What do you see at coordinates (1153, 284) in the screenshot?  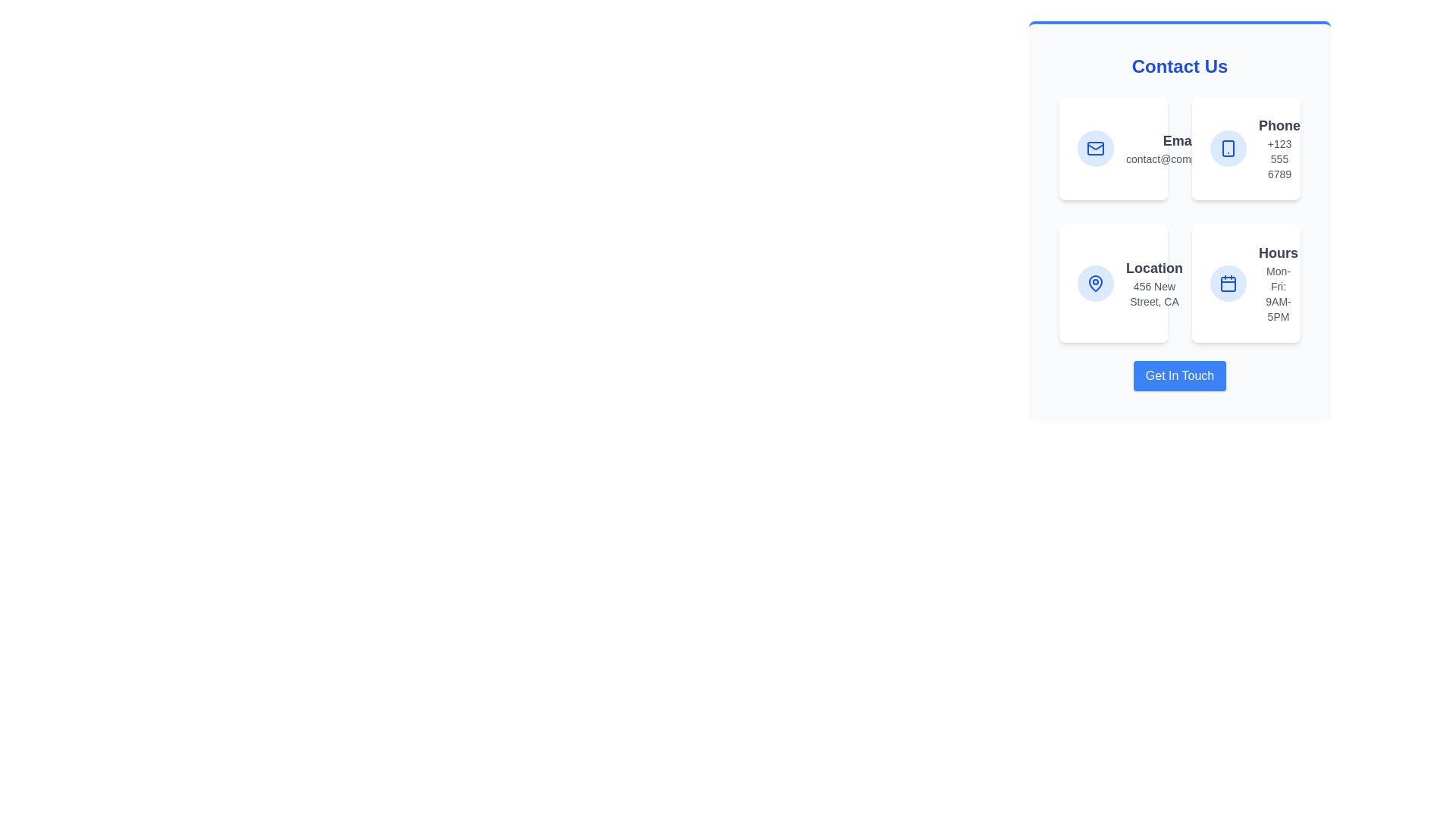 I see `the address information text label located in the bottom-left area of the grid layout under the 'Contact Us' heading` at bounding box center [1153, 284].